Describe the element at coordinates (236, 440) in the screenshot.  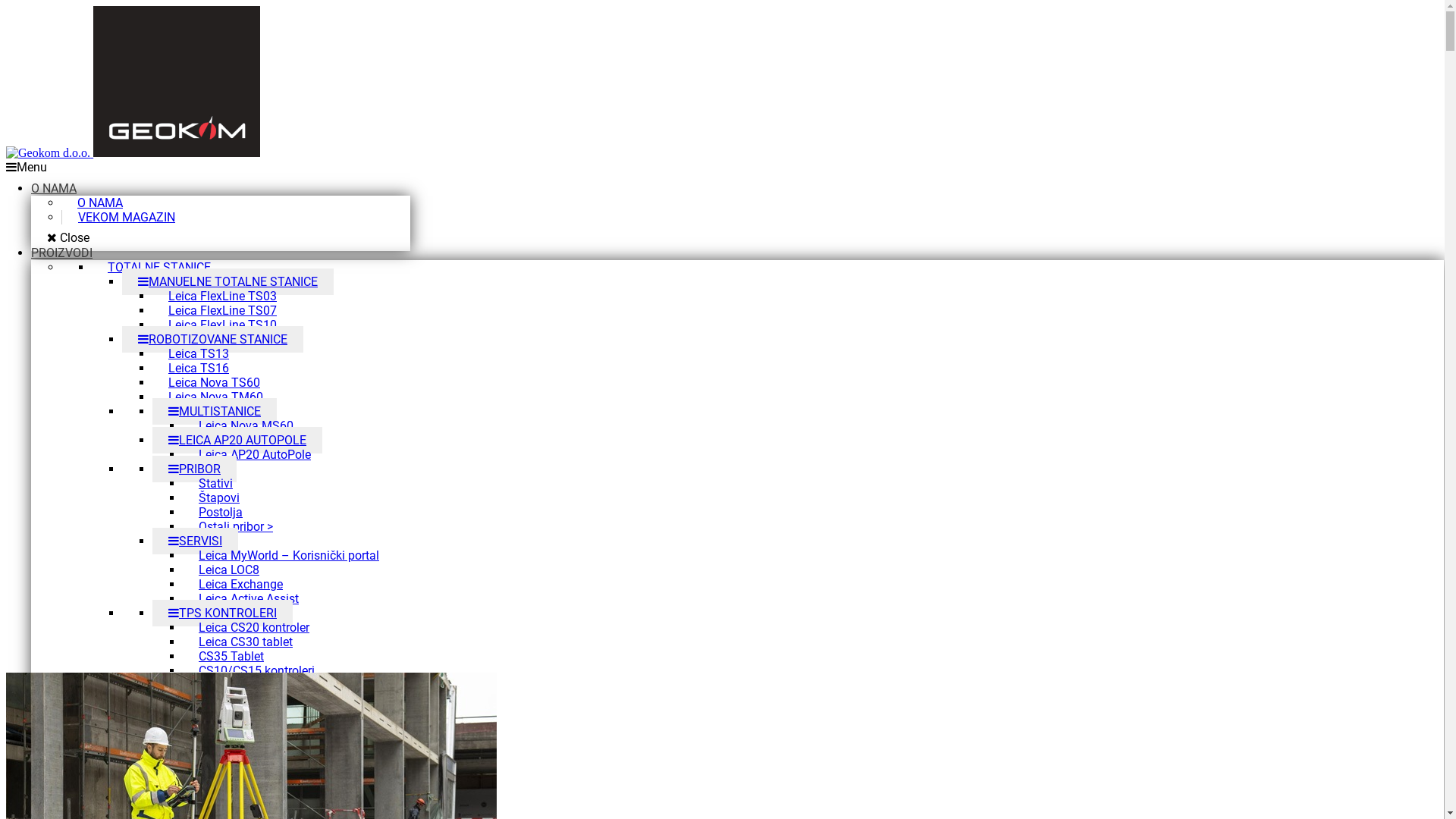
I see `'LEICA AP20 AUTOPOLE'` at that location.